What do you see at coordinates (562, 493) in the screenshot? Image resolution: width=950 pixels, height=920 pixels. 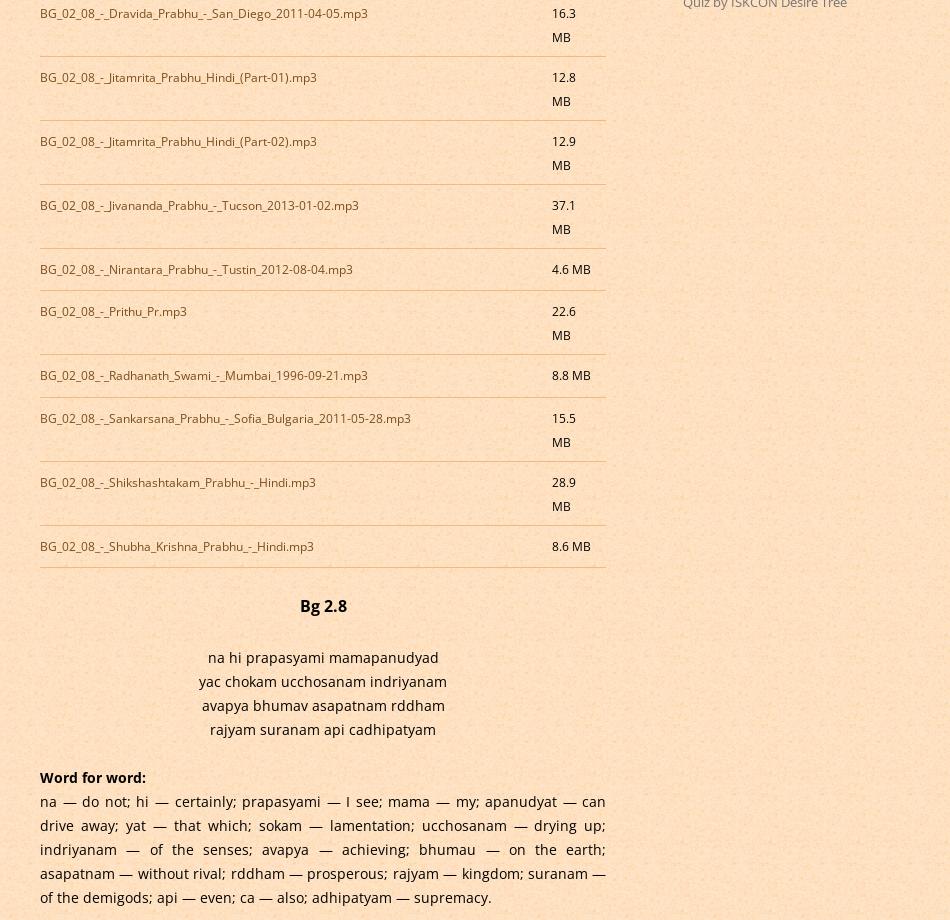 I see `'28.9 MB'` at bounding box center [562, 493].